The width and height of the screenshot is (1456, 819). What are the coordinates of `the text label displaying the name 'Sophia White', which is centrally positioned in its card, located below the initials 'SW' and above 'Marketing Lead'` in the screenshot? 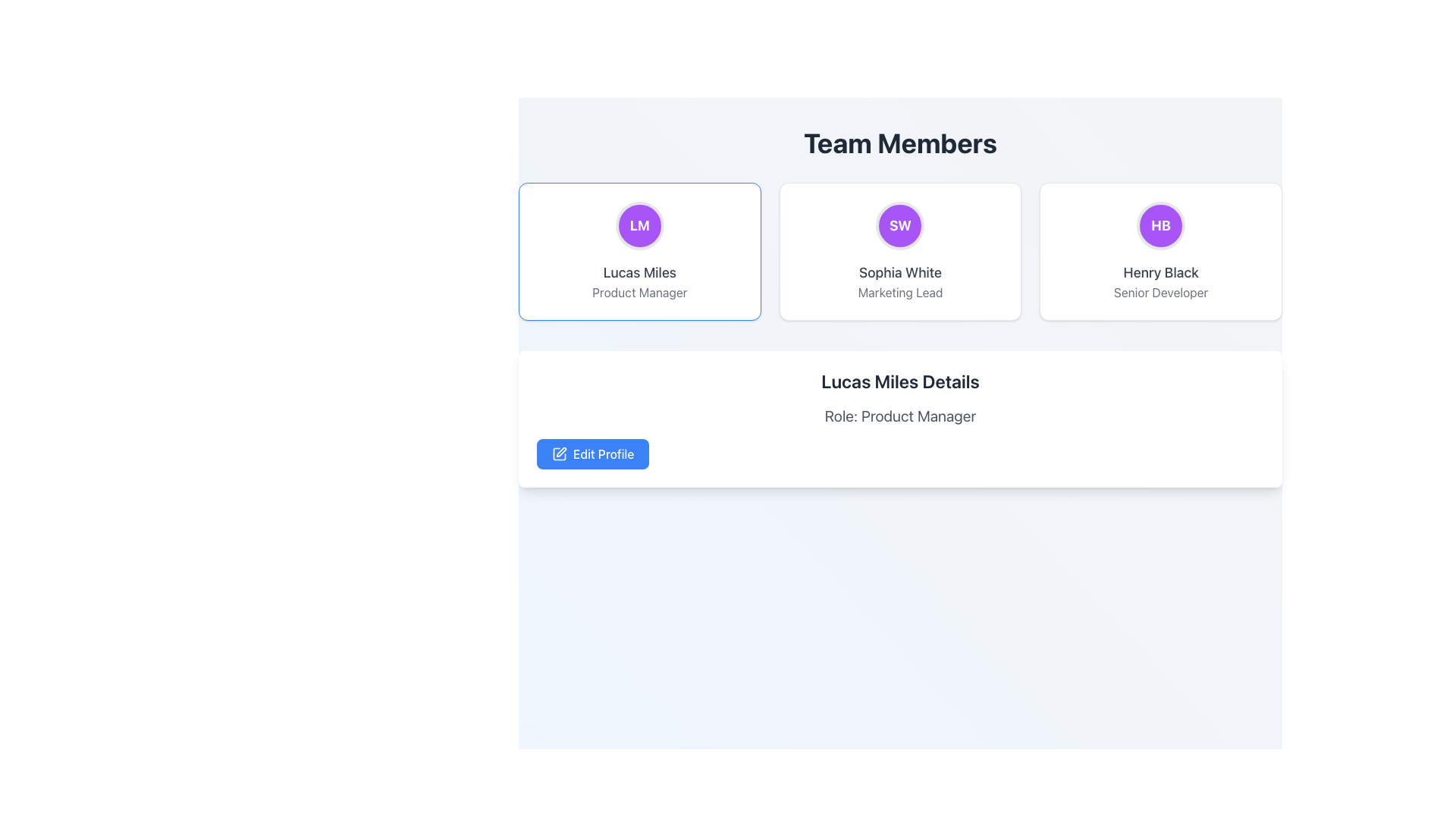 It's located at (900, 271).